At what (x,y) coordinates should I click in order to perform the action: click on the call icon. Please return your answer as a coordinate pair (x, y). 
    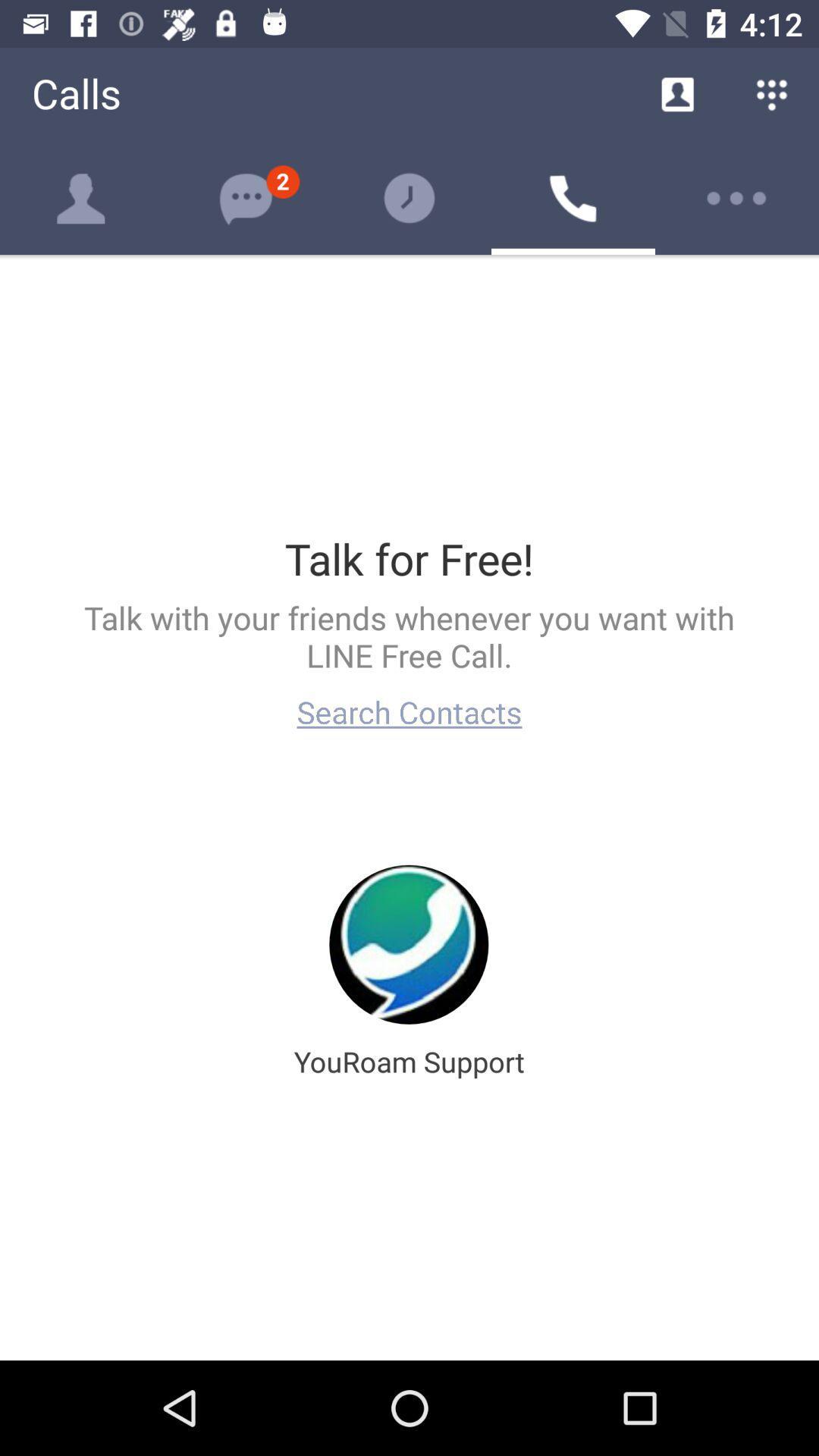
    Looking at the image, I should click on (573, 198).